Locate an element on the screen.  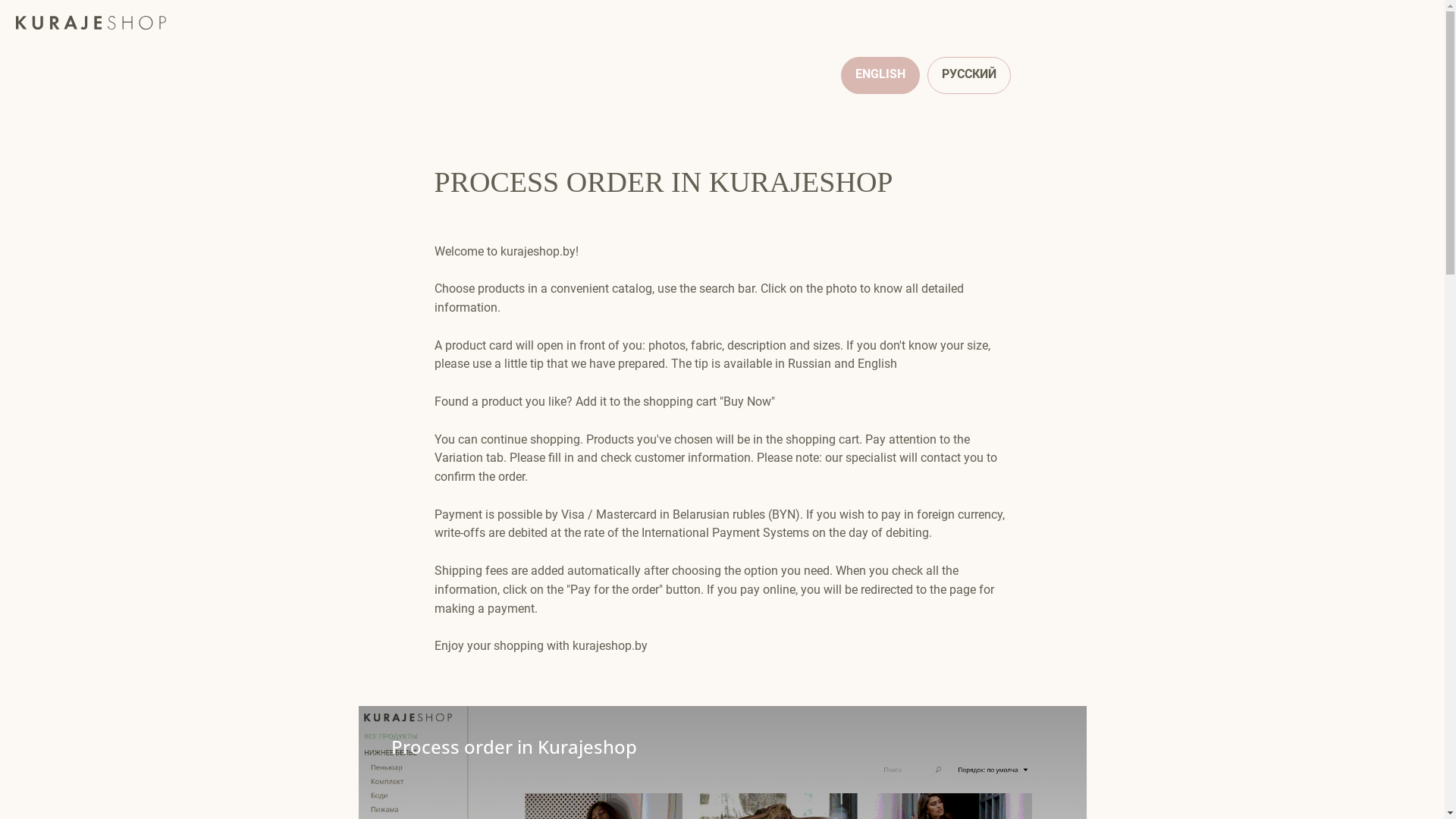
'ENGLISH' is located at coordinates (880, 75).